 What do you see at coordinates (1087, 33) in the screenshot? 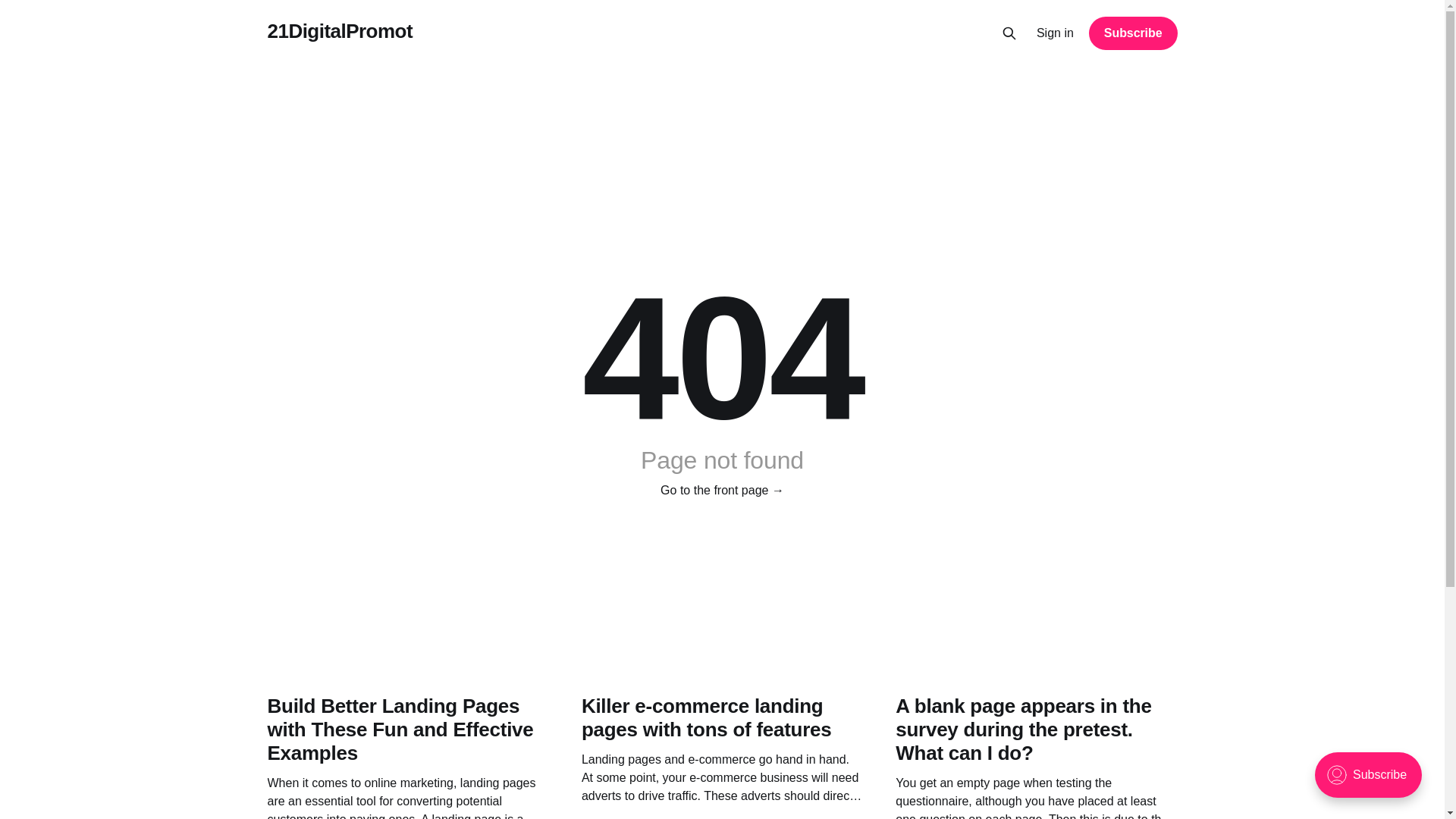
I see `'Subscribe'` at bounding box center [1087, 33].